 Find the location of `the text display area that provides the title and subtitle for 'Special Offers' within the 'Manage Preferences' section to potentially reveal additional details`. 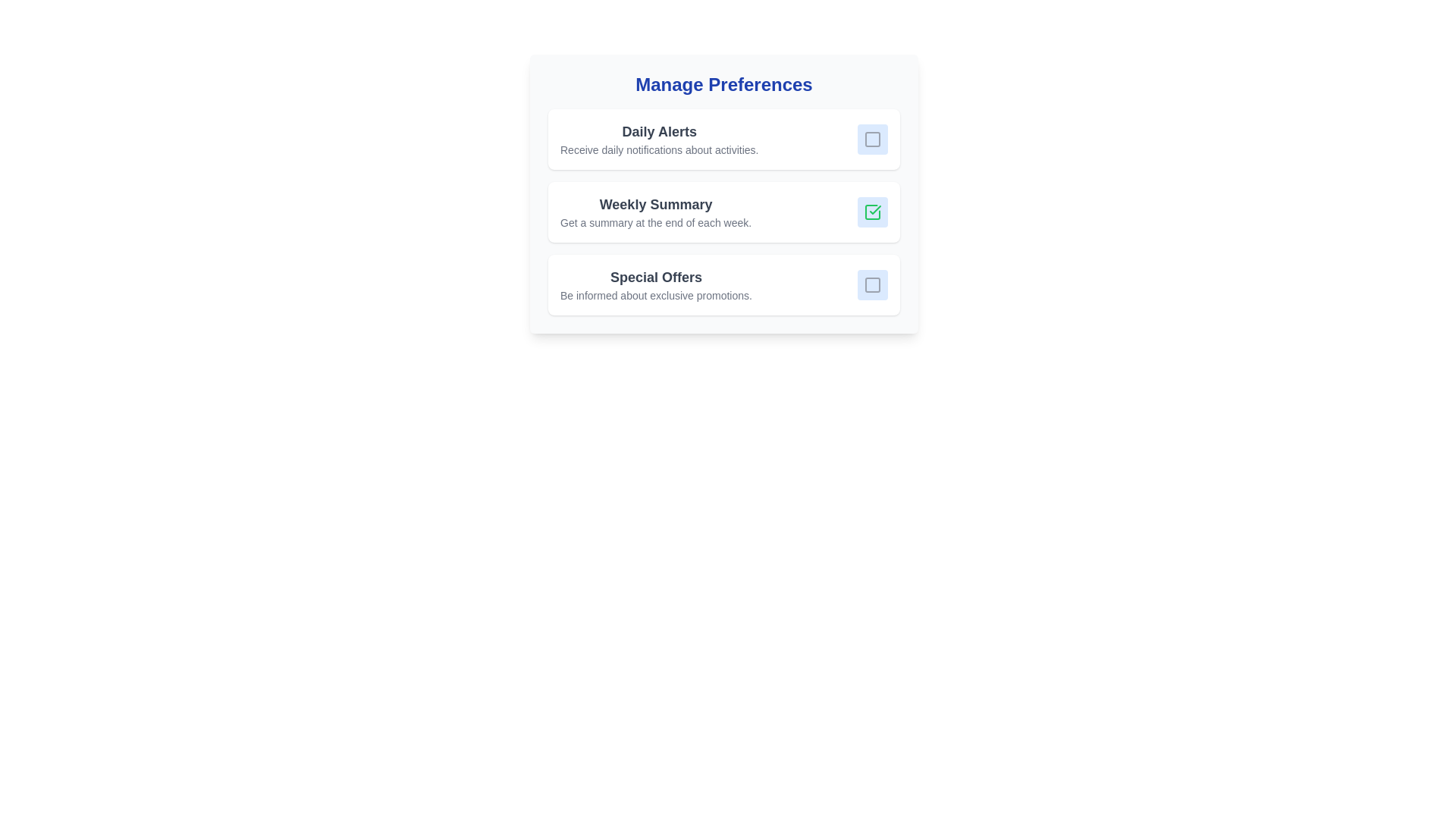

the text display area that provides the title and subtitle for 'Special Offers' within the 'Manage Preferences' section to potentially reveal additional details is located at coordinates (656, 284).